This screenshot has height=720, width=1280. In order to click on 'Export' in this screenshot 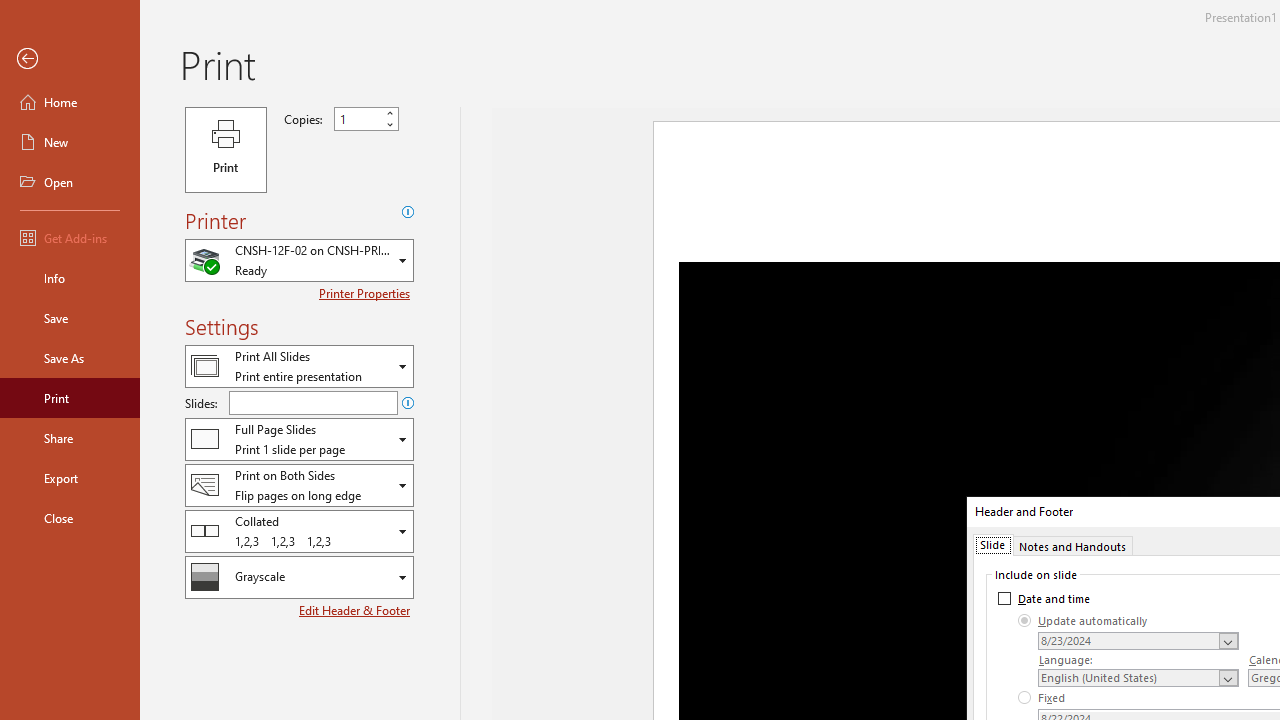, I will do `click(69, 478)`.